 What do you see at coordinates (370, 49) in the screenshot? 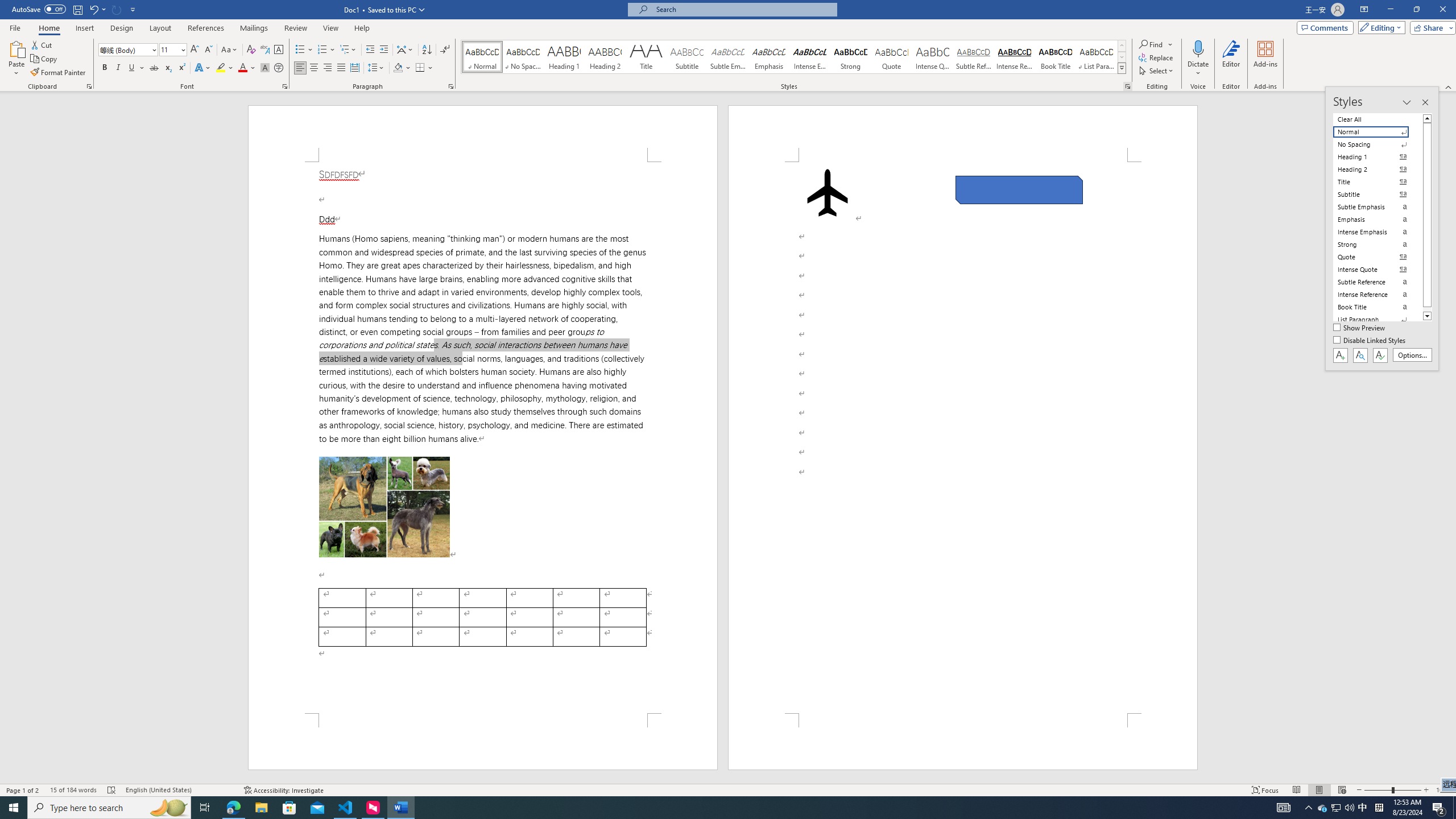
I see `'Decrease Indent'` at bounding box center [370, 49].